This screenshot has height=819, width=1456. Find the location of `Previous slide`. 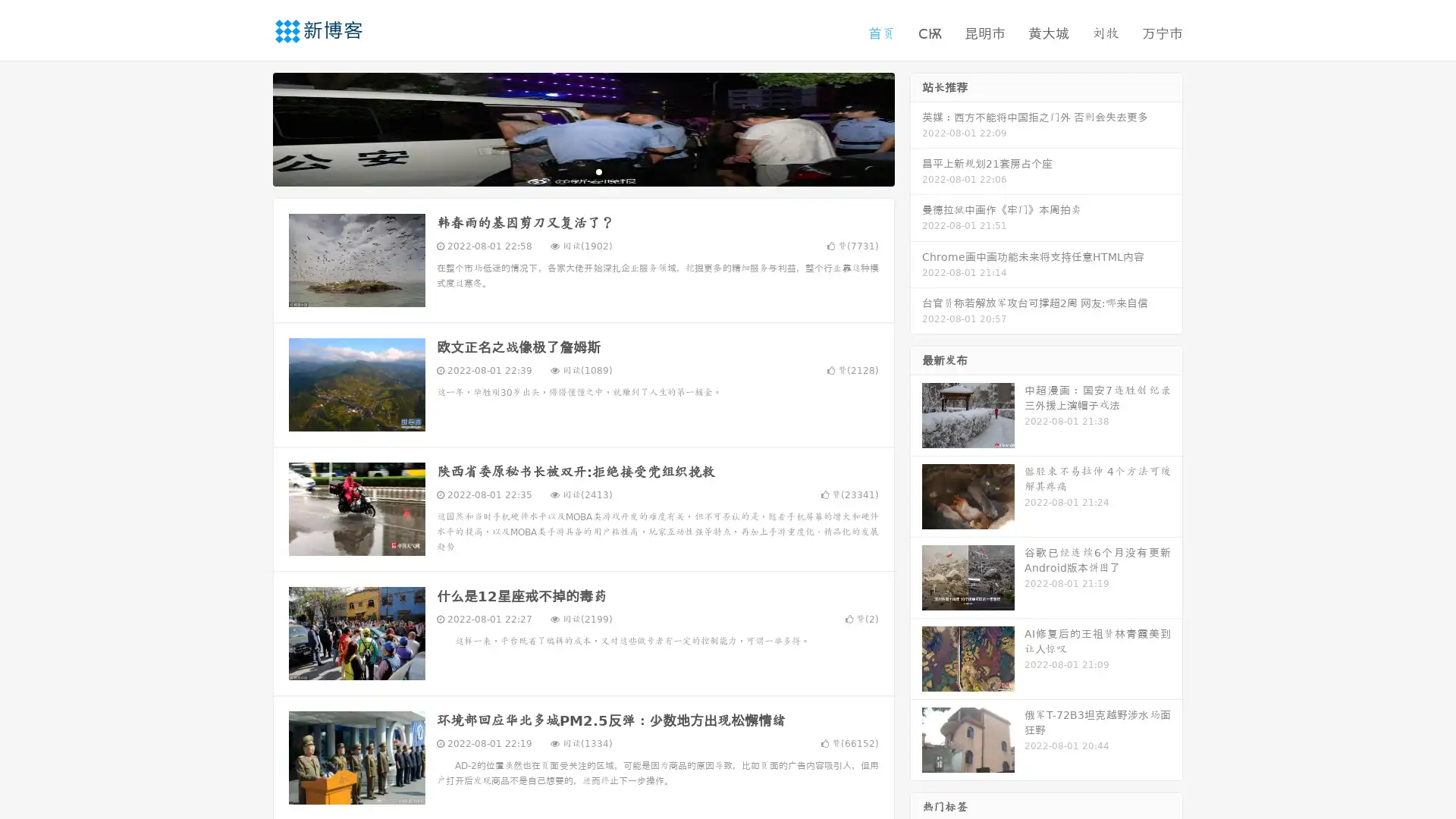

Previous slide is located at coordinates (250, 127).